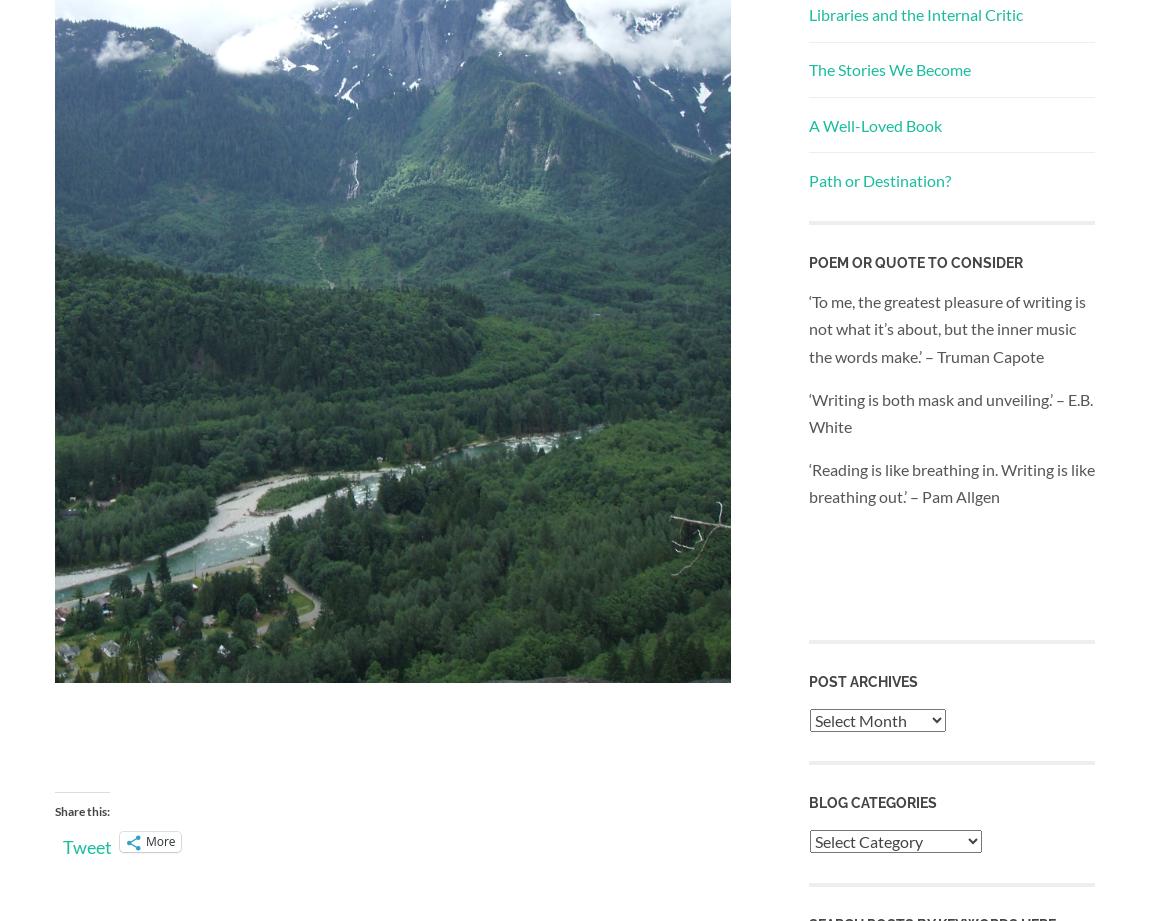  I want to click on '‘Writing is both mask and unveiling.’ – E.B. White', so click(951, 411).